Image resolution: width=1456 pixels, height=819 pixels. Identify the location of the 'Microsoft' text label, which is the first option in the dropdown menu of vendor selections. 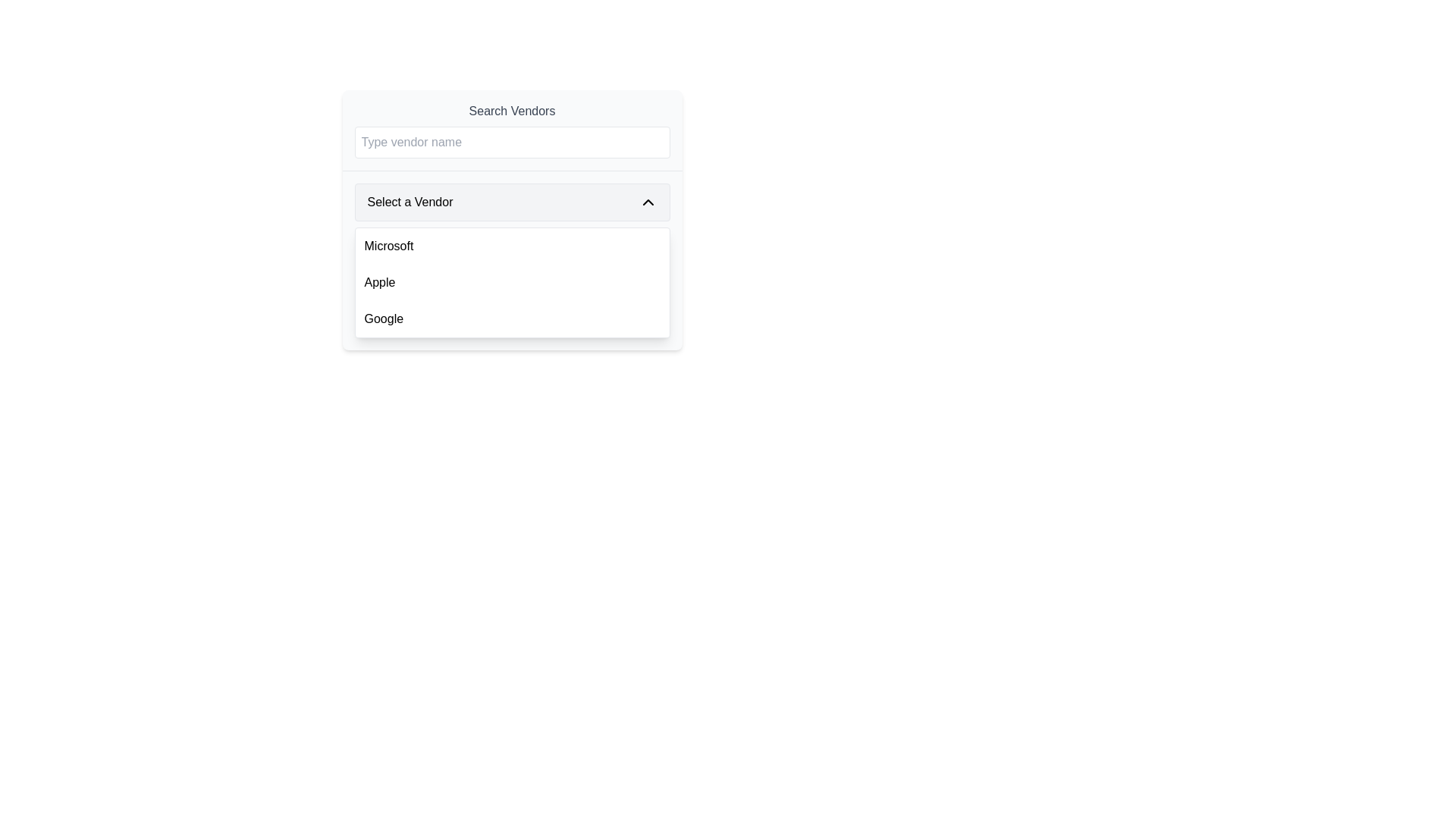
(389, 245).